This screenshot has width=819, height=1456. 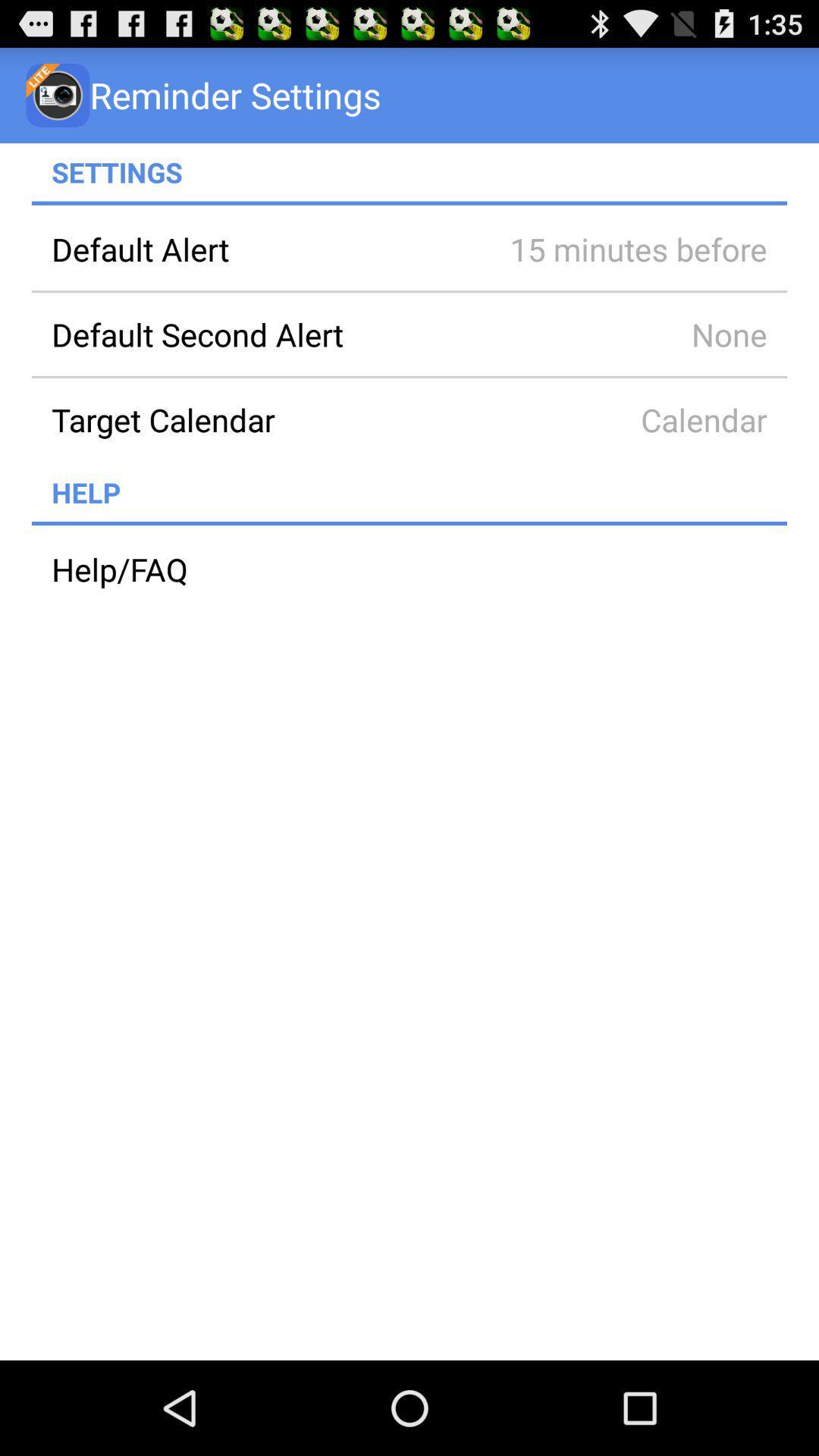 What do you see at coordinates (617, 334) in the screenshot?
I see `the icon below 15 minutes before icon` at bounding box center [617, 334].